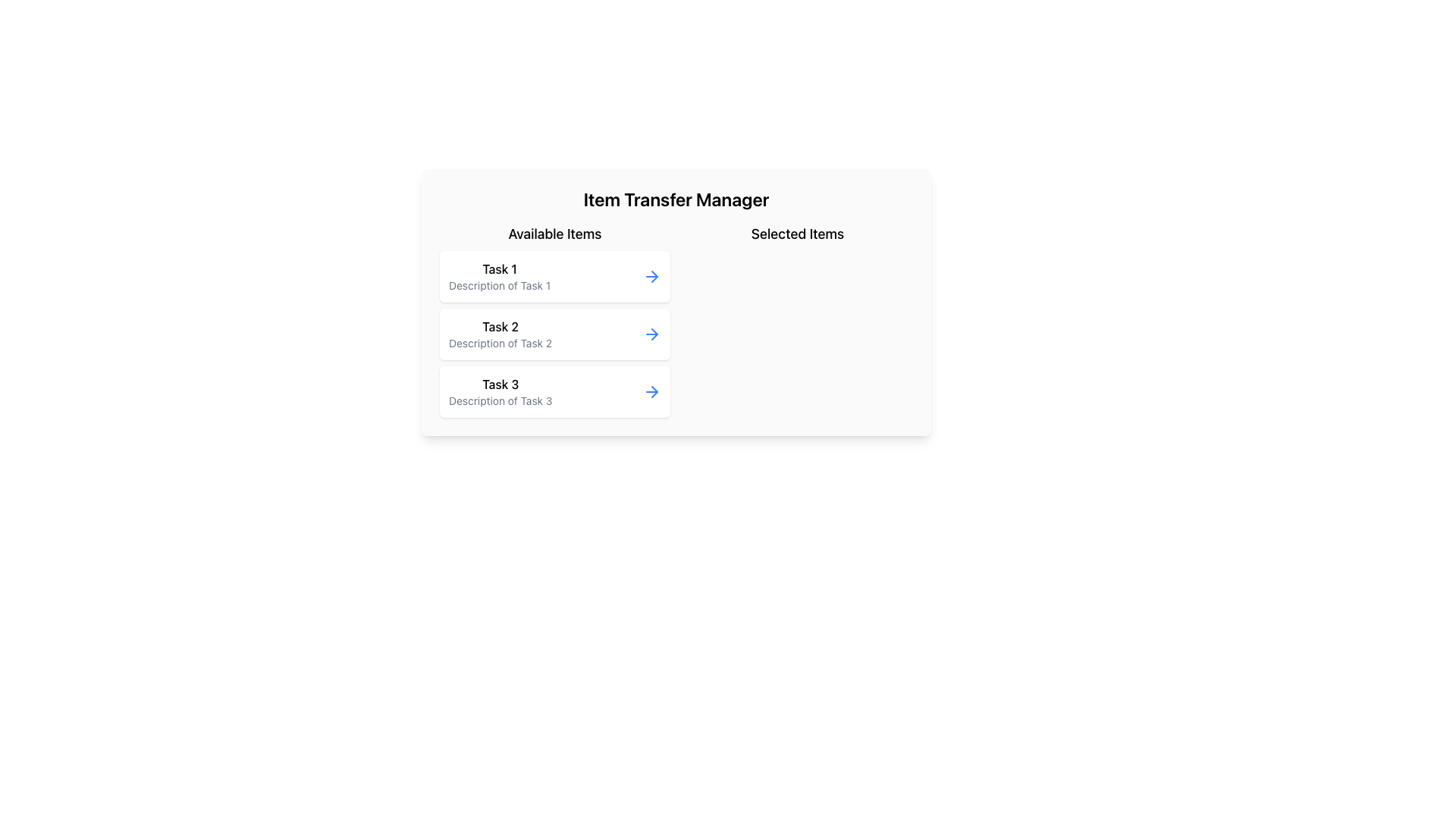 The width and height of the screenshot is (1456, 819). What do you see at coordinates (651, 277) in the screenshot?
I see `the interactive blue arrow icon located on the far right side of the first task item labeled 'Task 1'` at bounding box center [651, 277].